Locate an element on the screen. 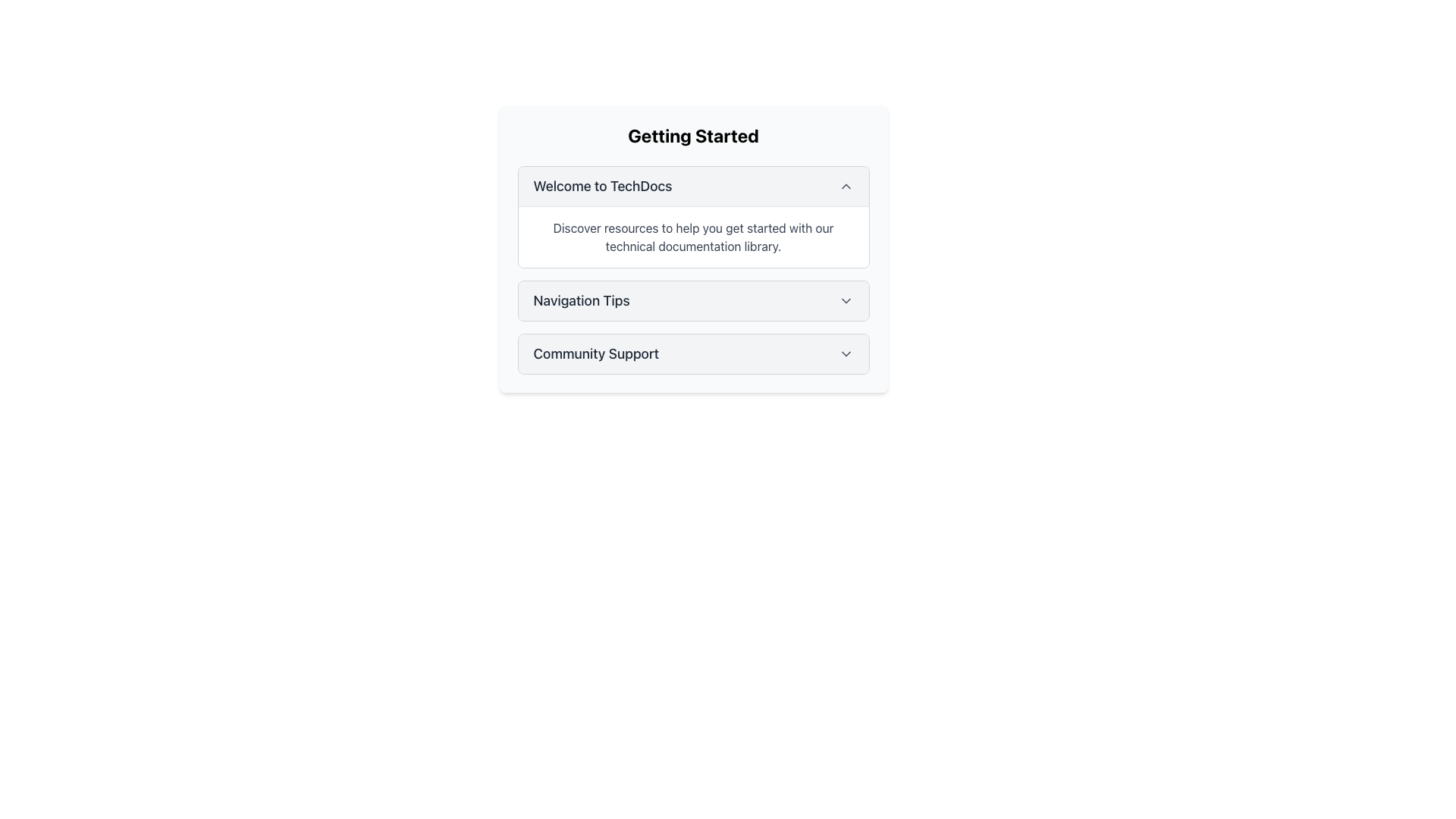  the interactive button to expand or collapse the 'Community Support' section in the 'Getting Started' area, allowing users is located at coordinates (692, 353).